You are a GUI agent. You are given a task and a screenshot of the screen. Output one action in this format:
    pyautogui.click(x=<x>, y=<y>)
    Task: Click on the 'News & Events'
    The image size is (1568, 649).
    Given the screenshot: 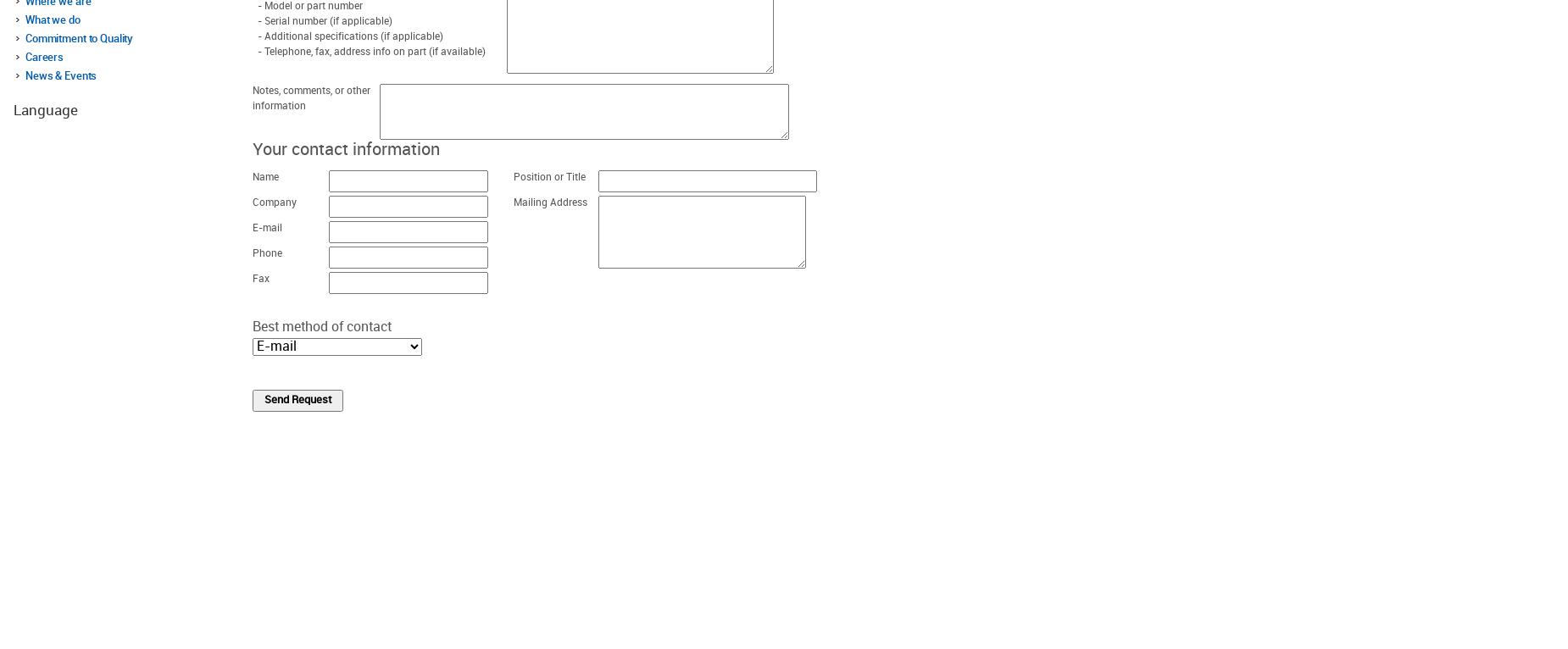 What is the action you would take?
    pyautogui.click(x=59, y=75)
    